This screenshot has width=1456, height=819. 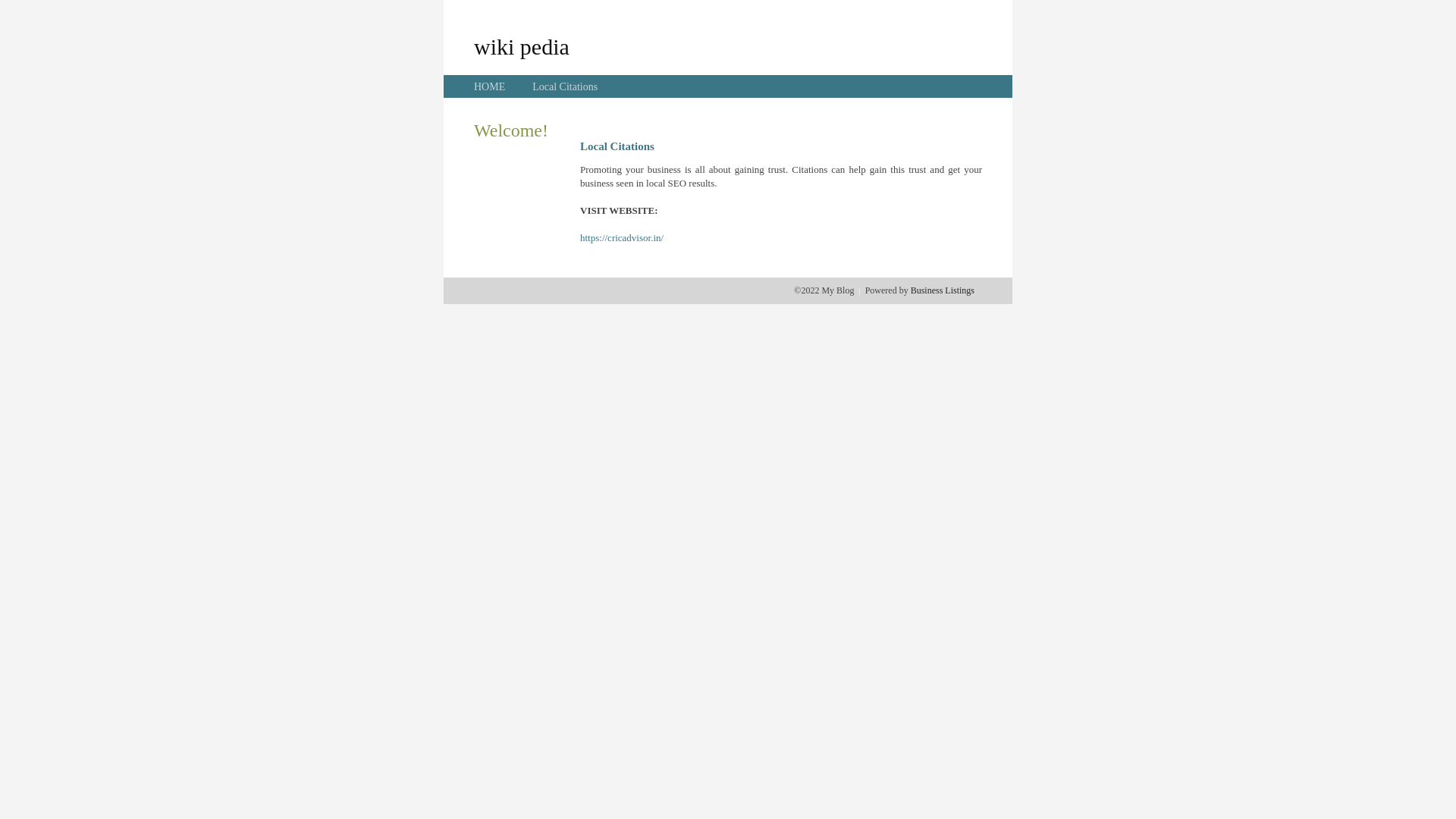 What do you see at coordinates (622, 237) in the screenshot?
I see `'https://cricadvisor.in/'` at bounding box center [622, 237].